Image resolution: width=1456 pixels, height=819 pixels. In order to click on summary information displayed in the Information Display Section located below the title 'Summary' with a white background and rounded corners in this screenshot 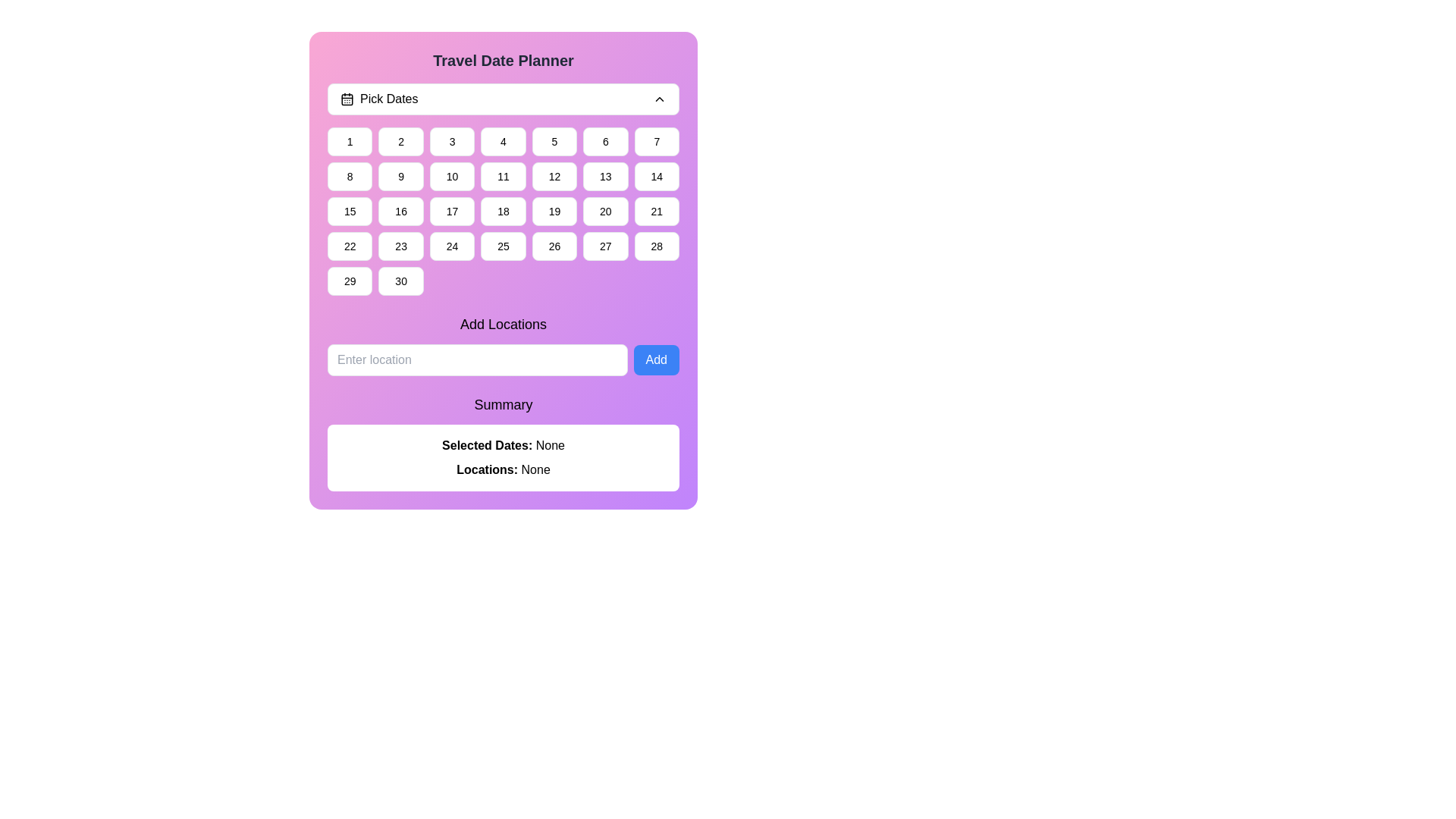, I will do `click(503, 442)`.